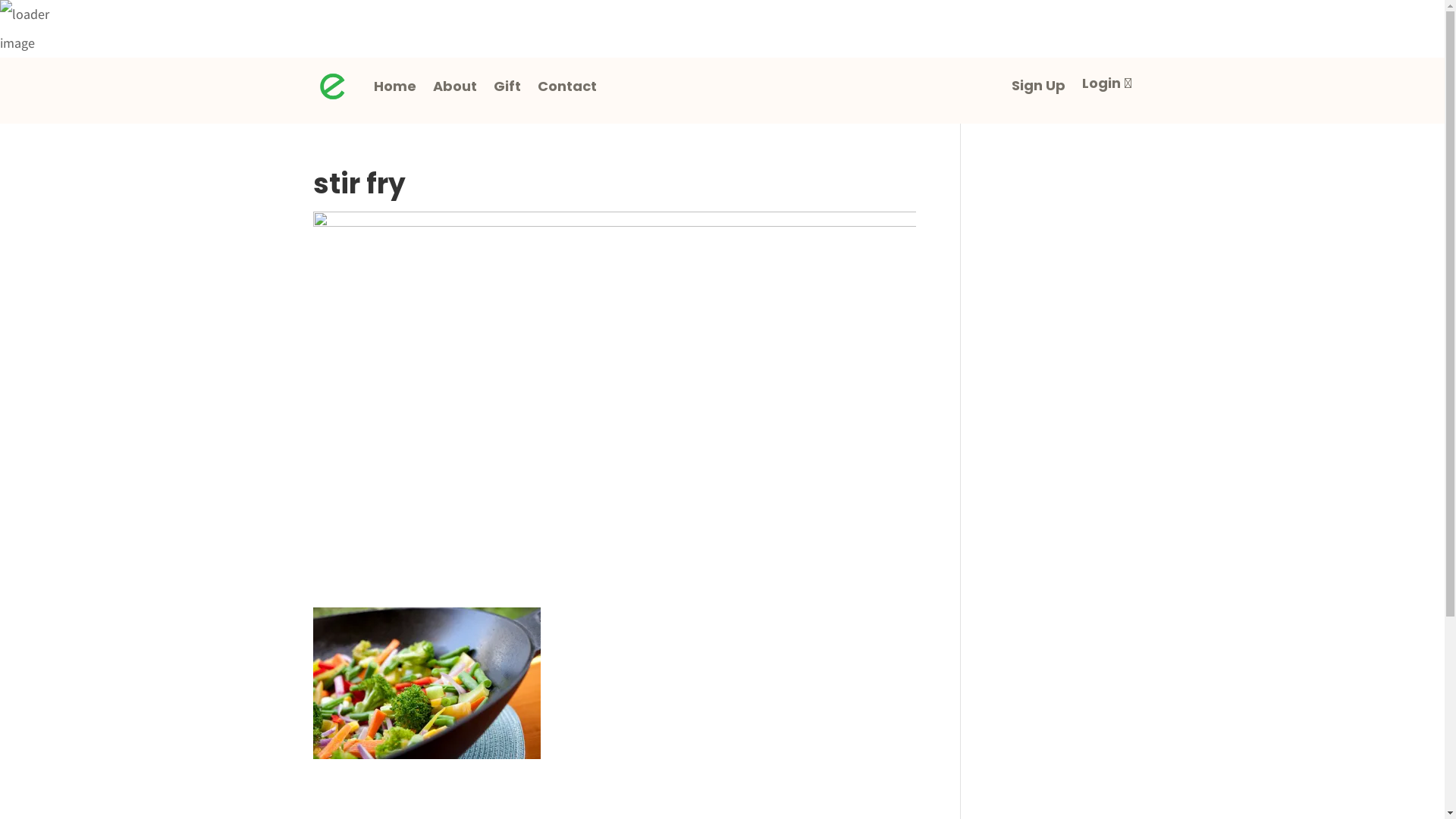 The height and width of the screenshot is (819, 1456). I want to click on 'Home', so click(394, 86).